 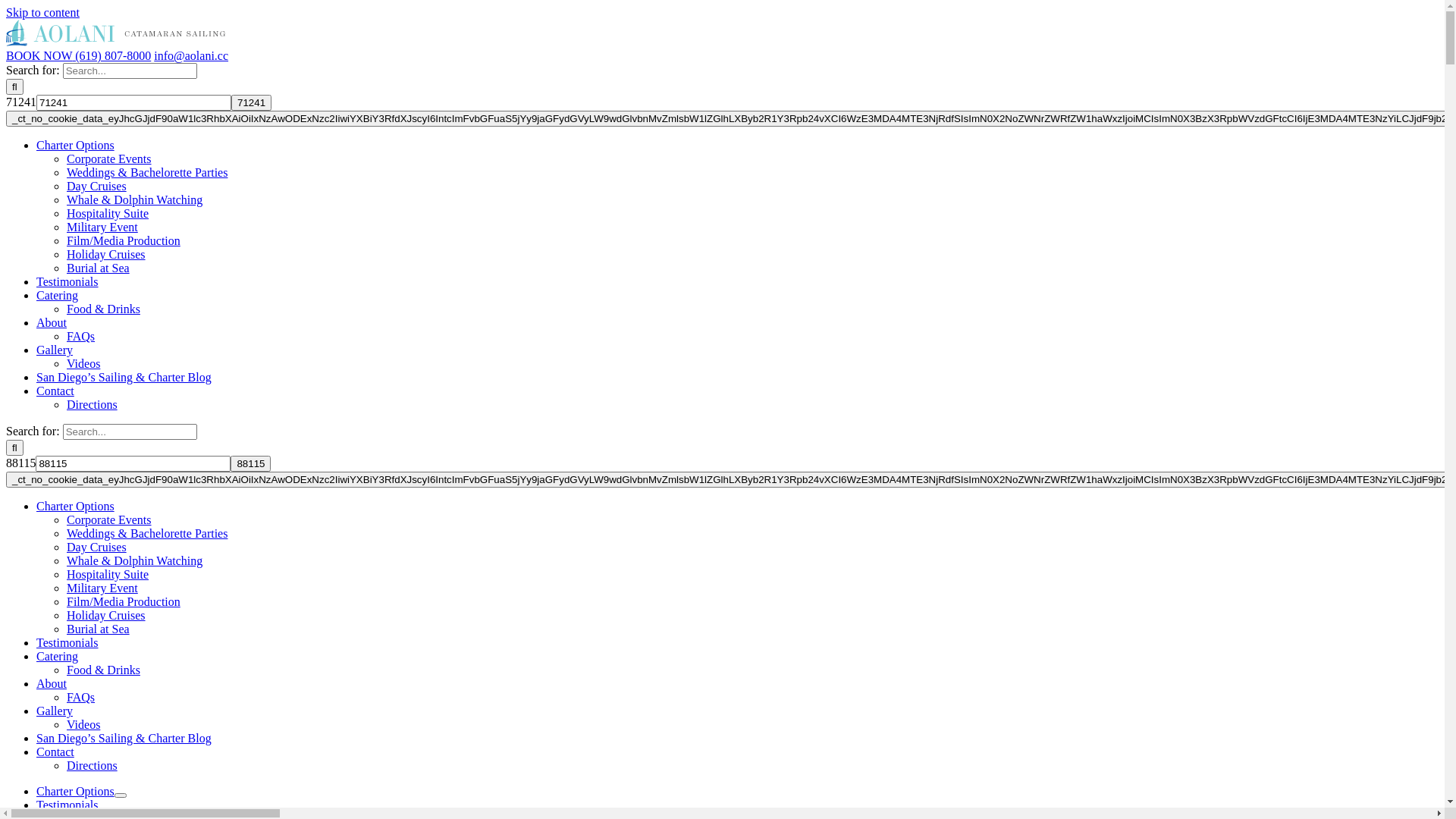 What do you see at coordinates (96, 547) in the screenshot?
I see `'Day Cruises'` at bounding box center [96, 547].